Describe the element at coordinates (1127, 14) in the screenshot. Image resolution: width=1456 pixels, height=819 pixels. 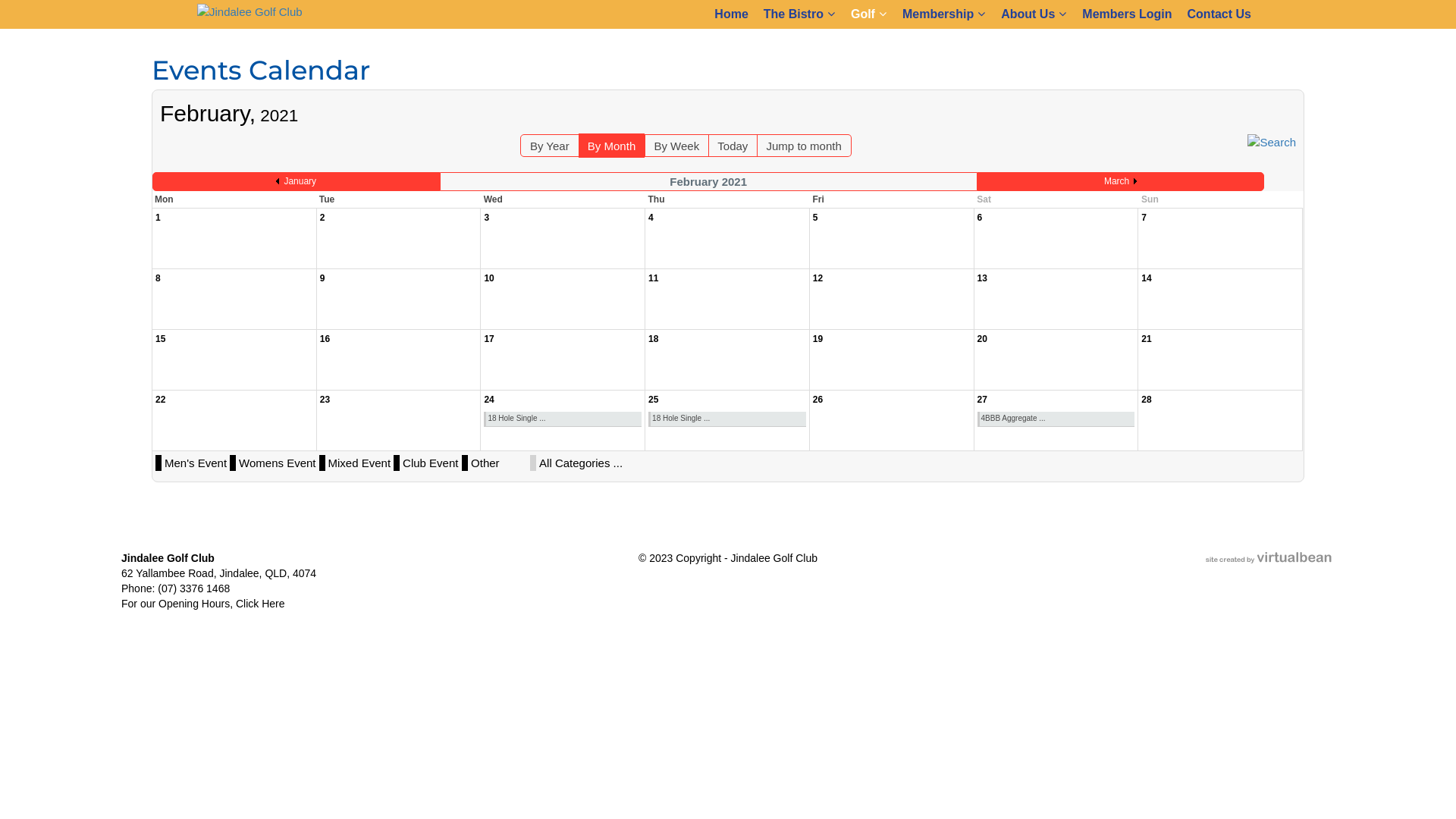
I see `'Members Login'` at that location.